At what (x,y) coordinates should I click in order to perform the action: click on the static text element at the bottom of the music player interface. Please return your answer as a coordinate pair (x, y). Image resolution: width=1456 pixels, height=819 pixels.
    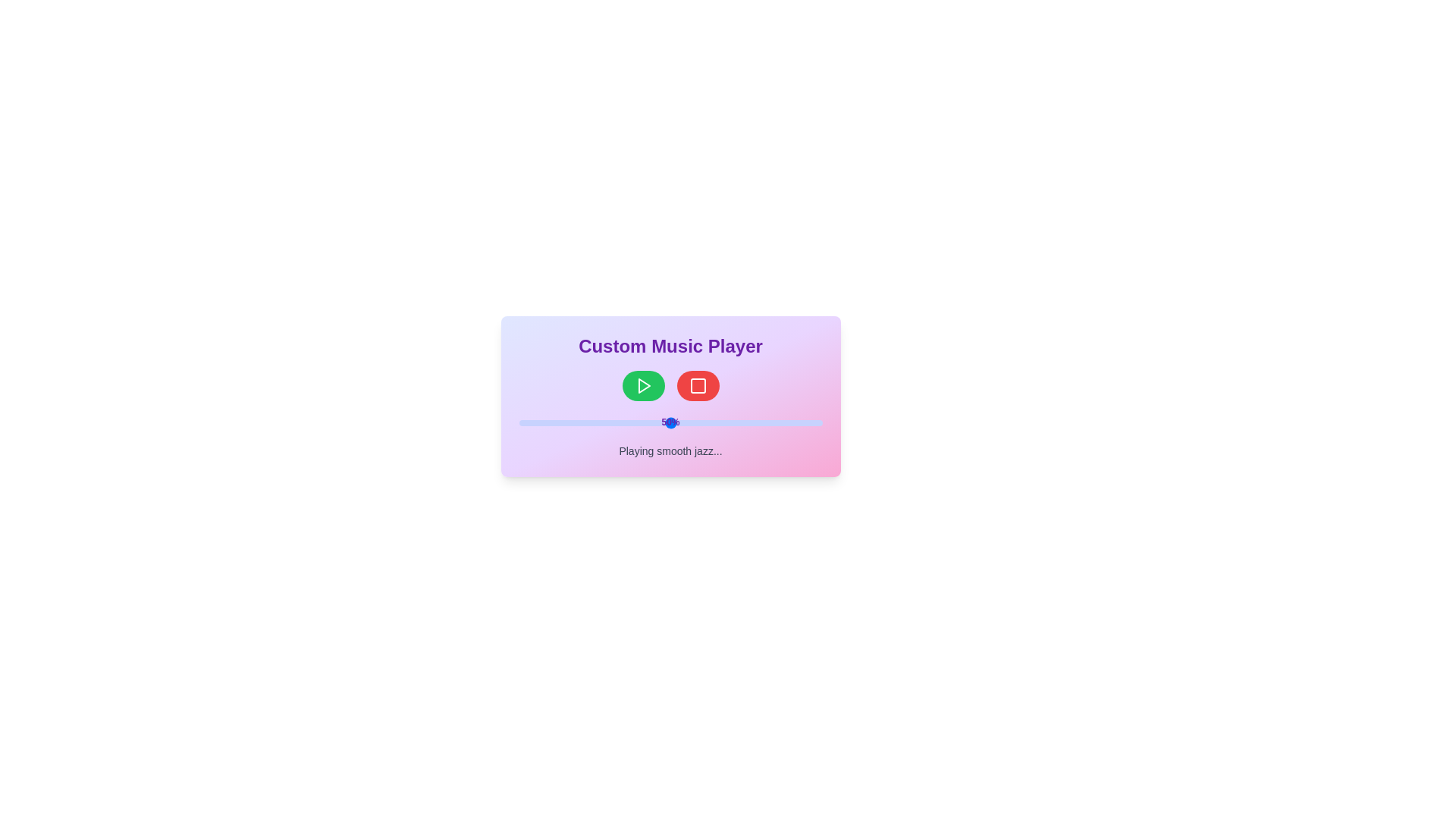
    Looking at the image, I should click on (670, 450).